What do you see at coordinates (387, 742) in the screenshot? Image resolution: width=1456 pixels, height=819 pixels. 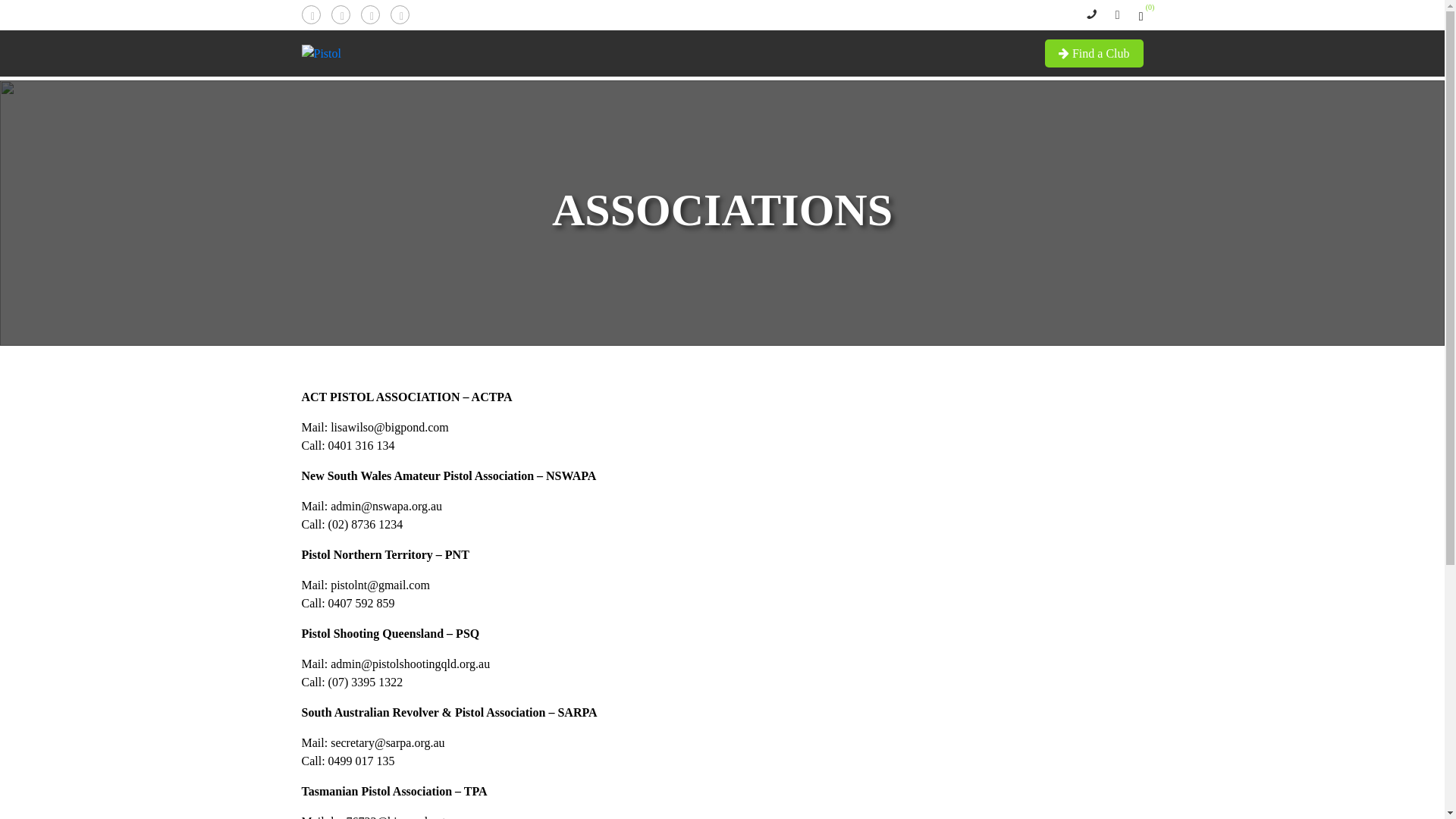 I see `'secretary@sarpa.org.au'` at bounding box center [387, 742].